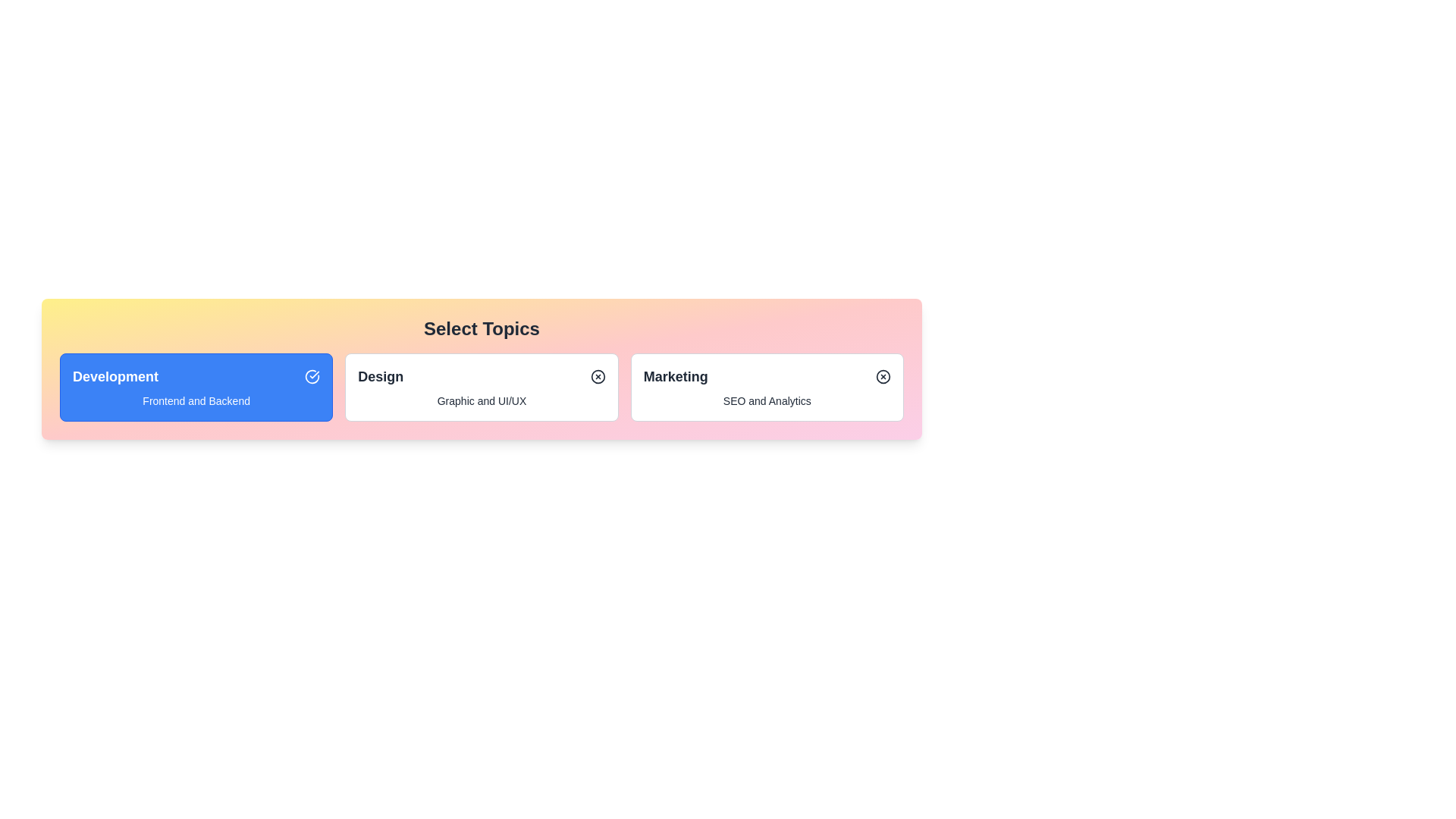  Describe the element at coordinates (767, 386) in the screenshot. I see `the chip labeled Marketing to observe its hover effects` at that location.